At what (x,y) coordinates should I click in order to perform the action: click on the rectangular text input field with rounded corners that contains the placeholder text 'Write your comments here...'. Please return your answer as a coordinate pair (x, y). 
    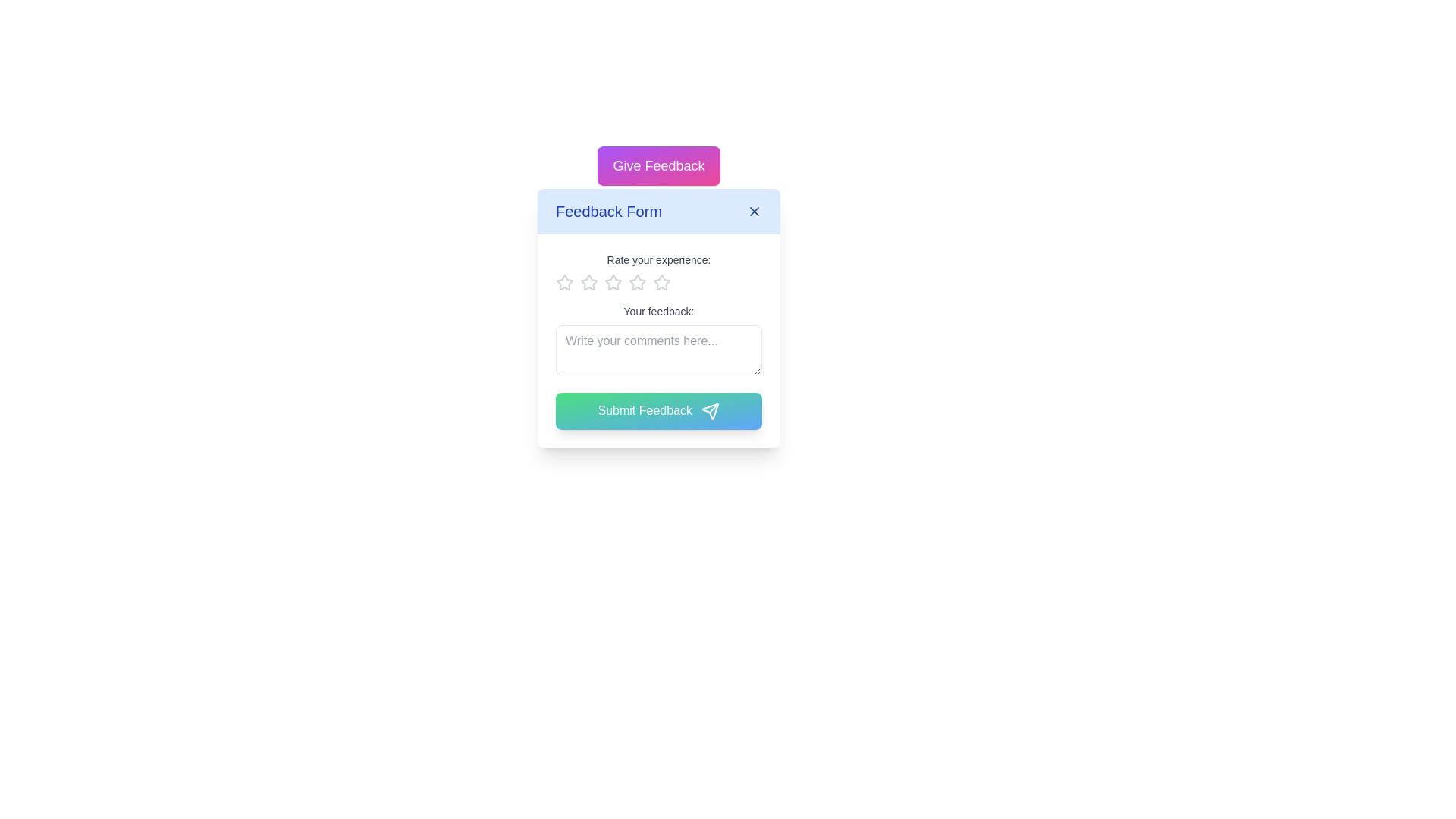
    Looking at the image, I should click on (658, 350).